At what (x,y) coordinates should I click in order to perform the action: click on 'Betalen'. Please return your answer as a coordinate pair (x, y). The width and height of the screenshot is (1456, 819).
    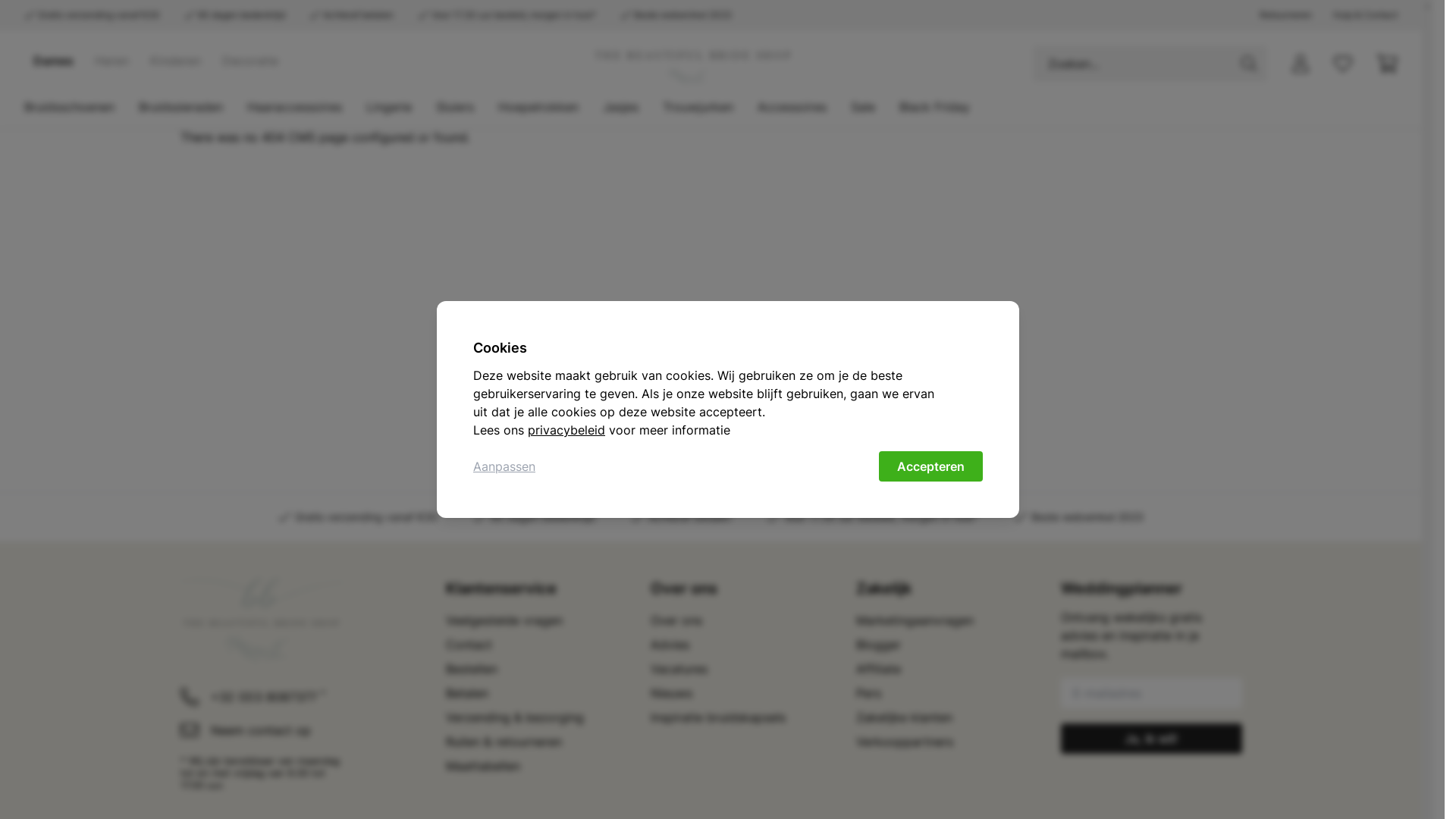
    Looking at the image, I should click on (466, 693).